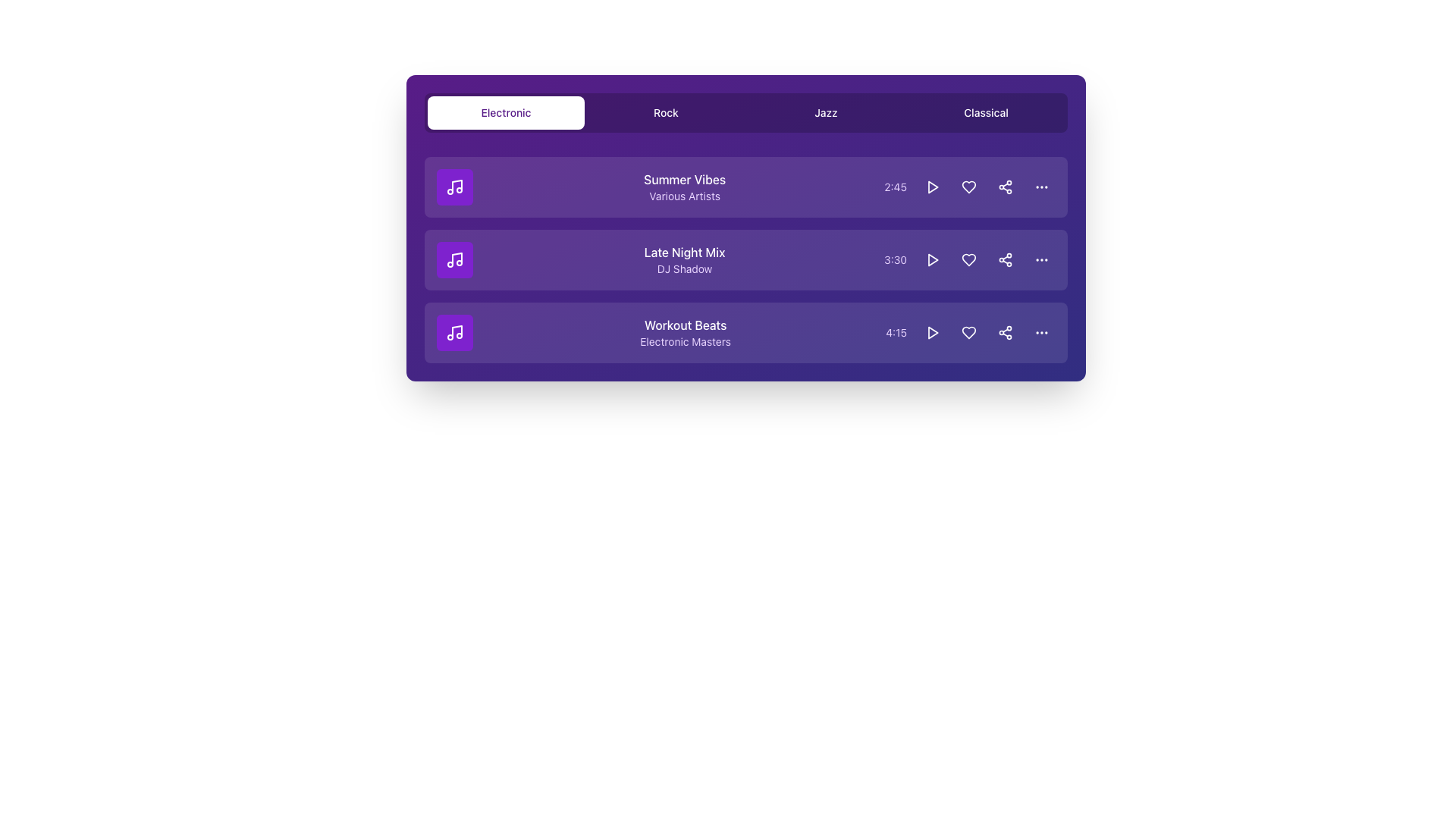 This screenshot has width=1456, height=819. What do you see at coordinates (986, 112) in the screenshot?
I see `the 'Classical' button, which is the fourth button in a horizontal row of four buttons with a purple background and white text, to trigger the hover effect` at bounding box center [986, 112].